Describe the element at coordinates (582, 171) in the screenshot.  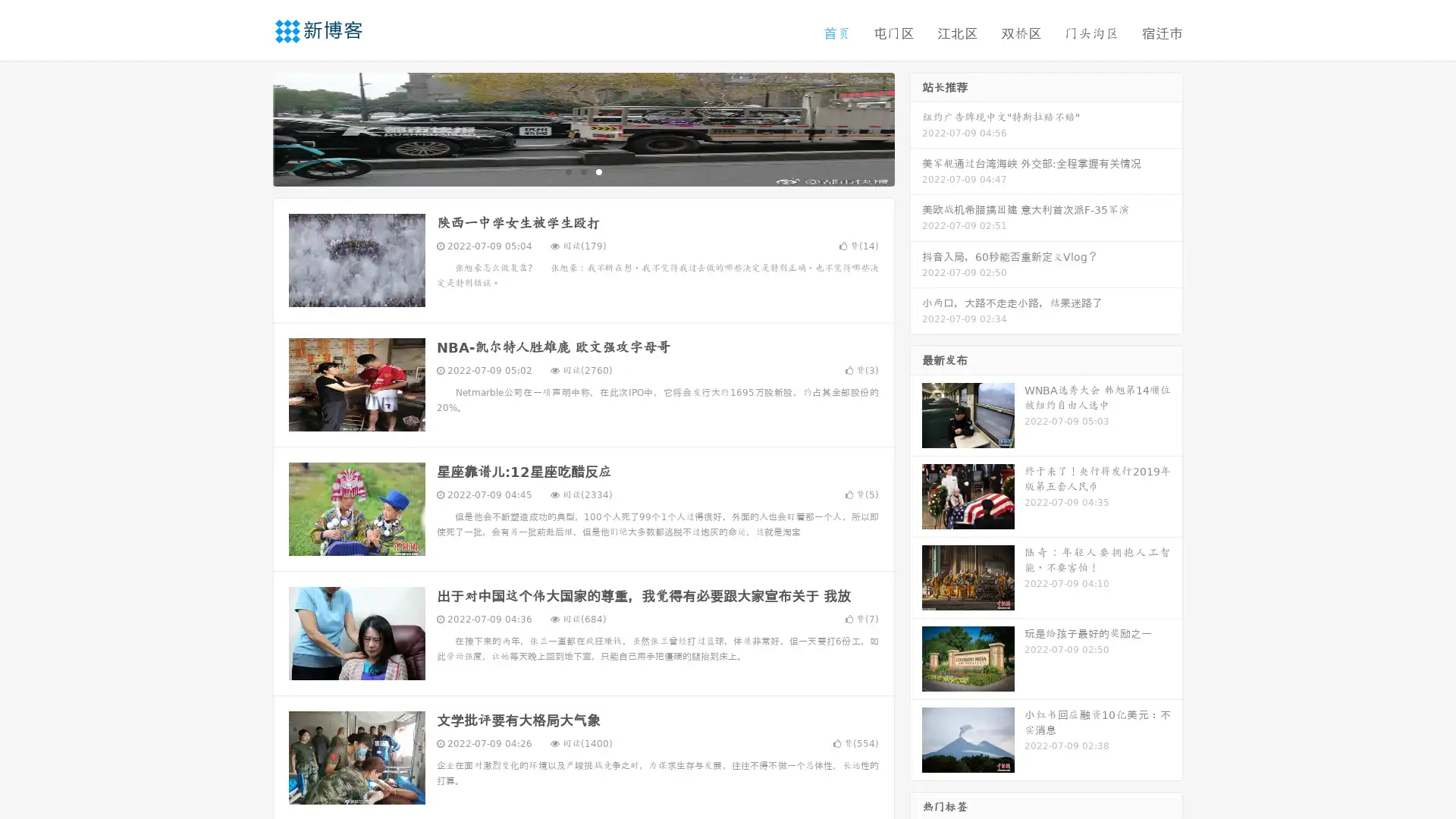
I see `Go to slide 2` at that location.